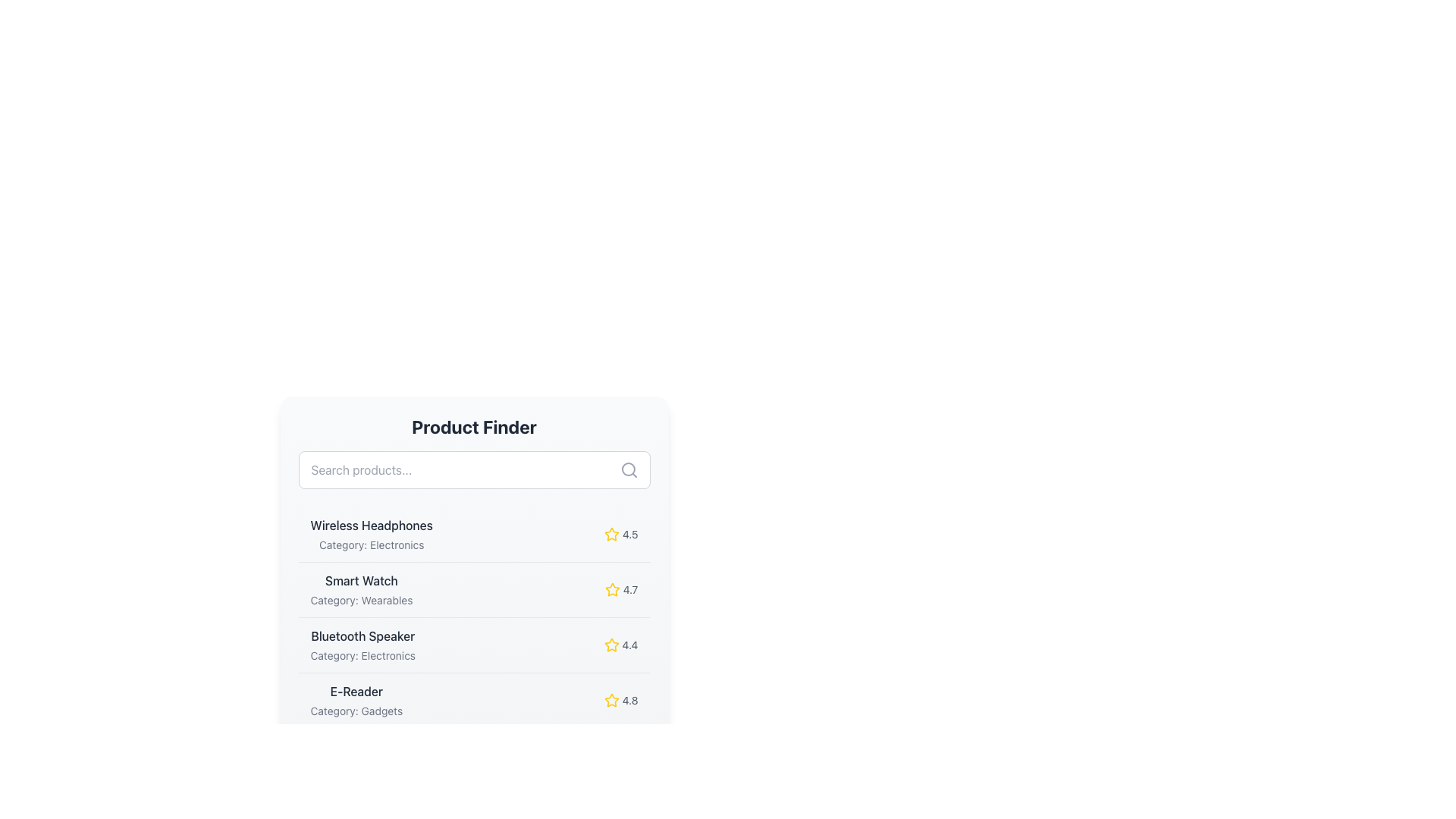 This screenshot has height=819, width=1456. Describe the element at coordinates (630, 589) in the screenshot. I see `the small textual component displaying the number '4.7' in light gray color, located next to the yellow star icon in the 'Smart Watch' list item under 'Category: Wearables'` at that location.